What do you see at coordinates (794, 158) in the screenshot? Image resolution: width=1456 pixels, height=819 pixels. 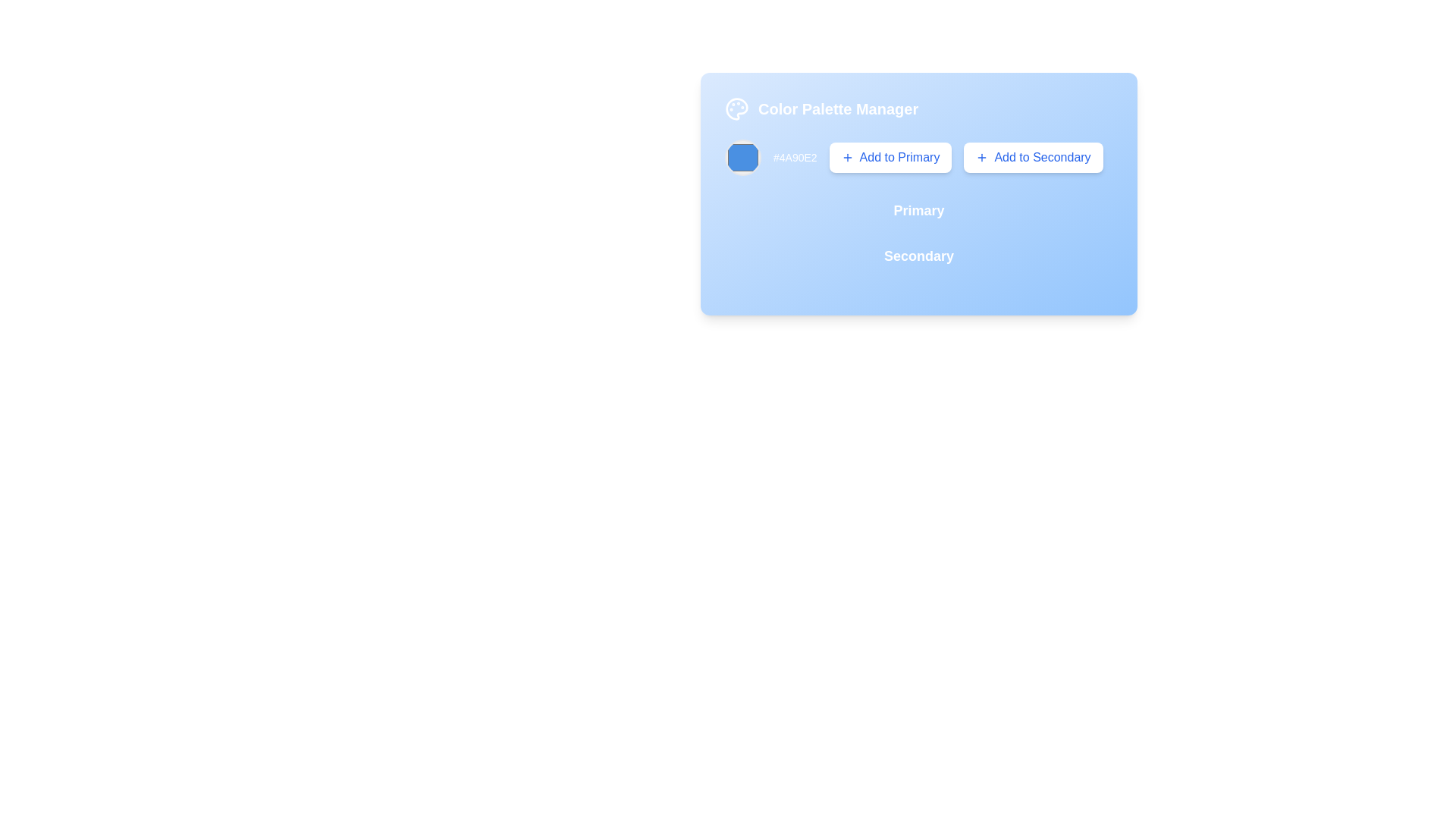 I see `the text label displaying the hexadecimal color code '#4A90E2', which is styled with white text on a transparent or light blue background and is positioned to the right of a color swatch` at bounding box center [794, 158].